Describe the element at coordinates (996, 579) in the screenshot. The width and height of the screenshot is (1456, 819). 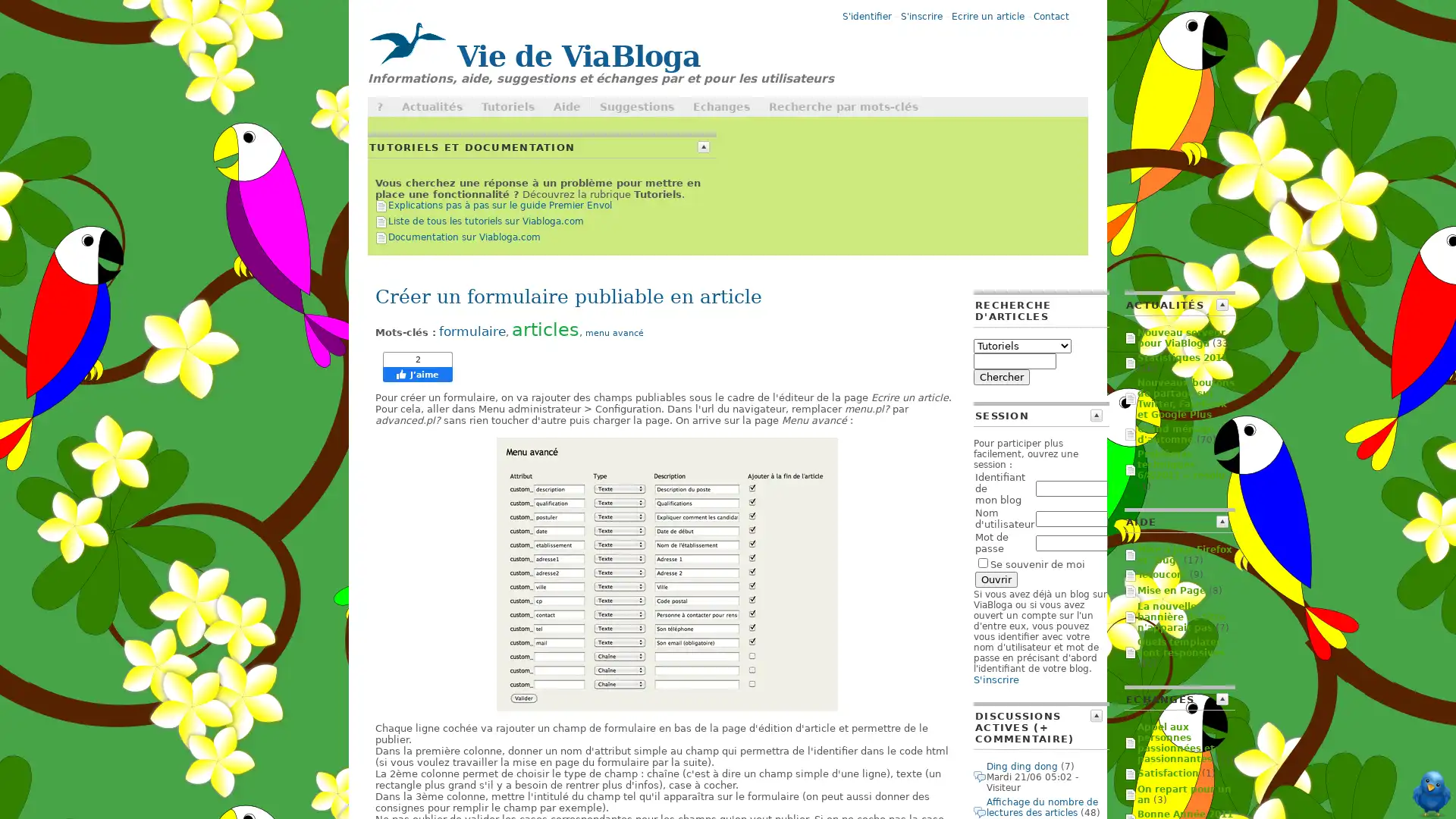
I see `Ouvrir` at that location.